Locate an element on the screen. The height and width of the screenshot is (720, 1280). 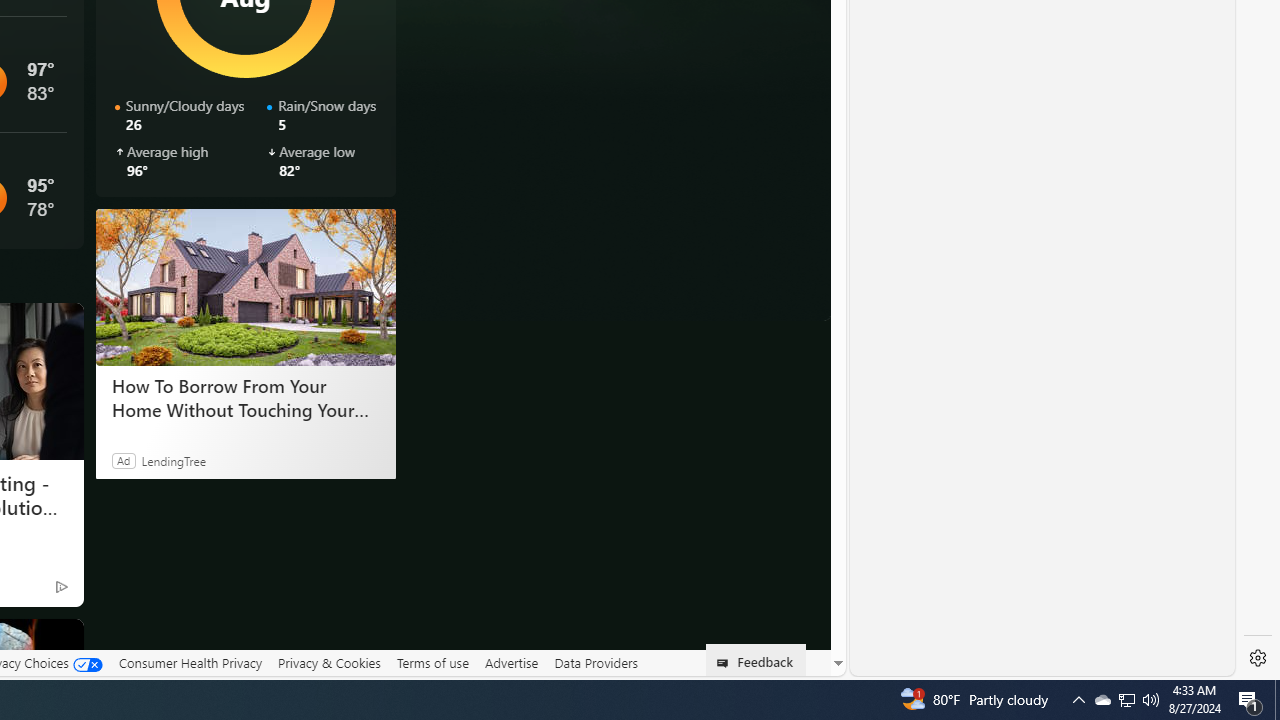
'Data Providers' is located at coordinates (594, 663).